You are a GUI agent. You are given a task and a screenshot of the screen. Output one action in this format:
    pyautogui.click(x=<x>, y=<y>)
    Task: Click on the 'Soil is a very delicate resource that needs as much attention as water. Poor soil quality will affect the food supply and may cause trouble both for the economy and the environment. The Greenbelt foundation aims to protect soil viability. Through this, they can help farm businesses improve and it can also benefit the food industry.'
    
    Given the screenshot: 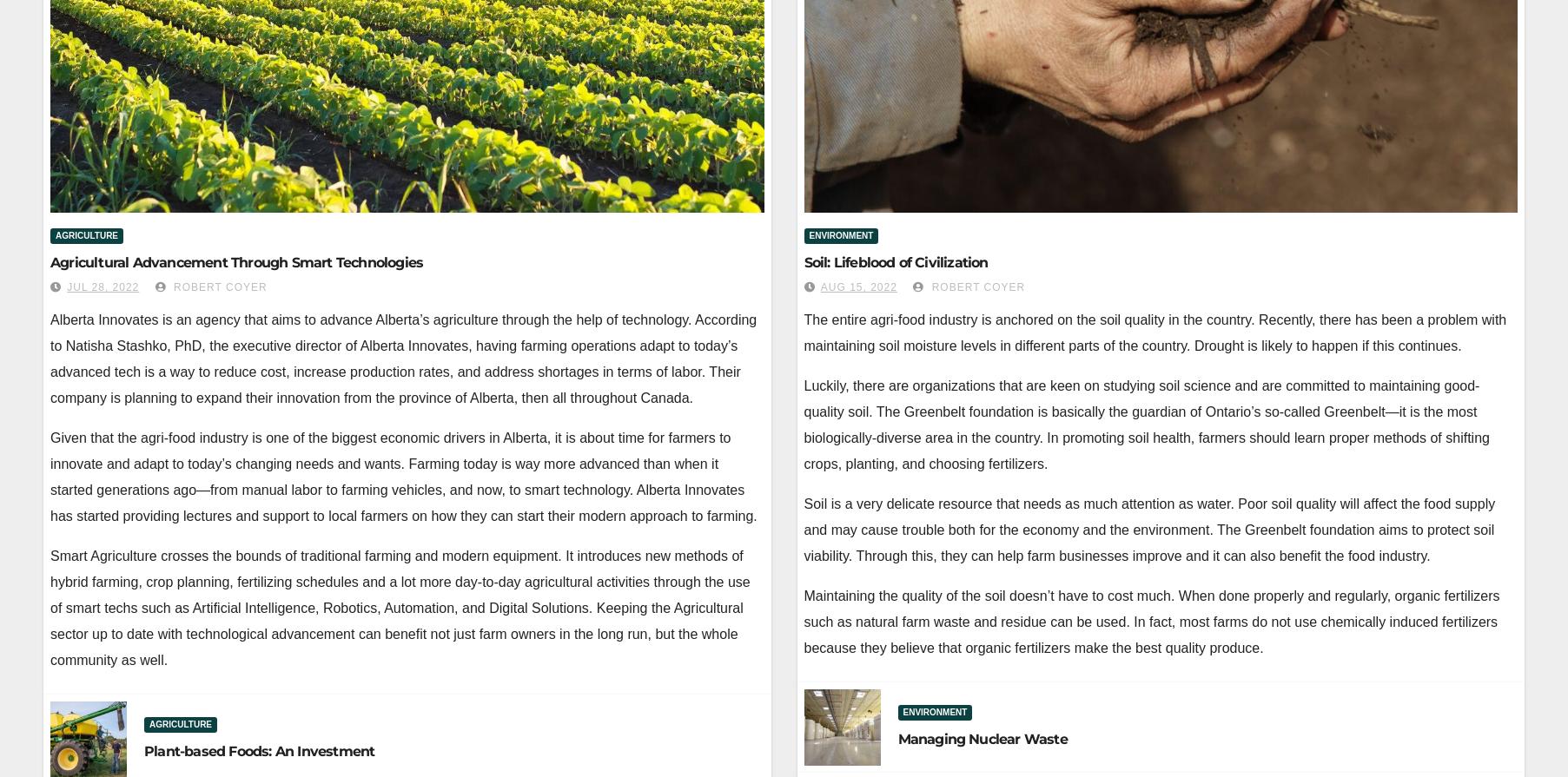 What is the action you would take?
    pyautogui.click(x=1149, y=529)
    